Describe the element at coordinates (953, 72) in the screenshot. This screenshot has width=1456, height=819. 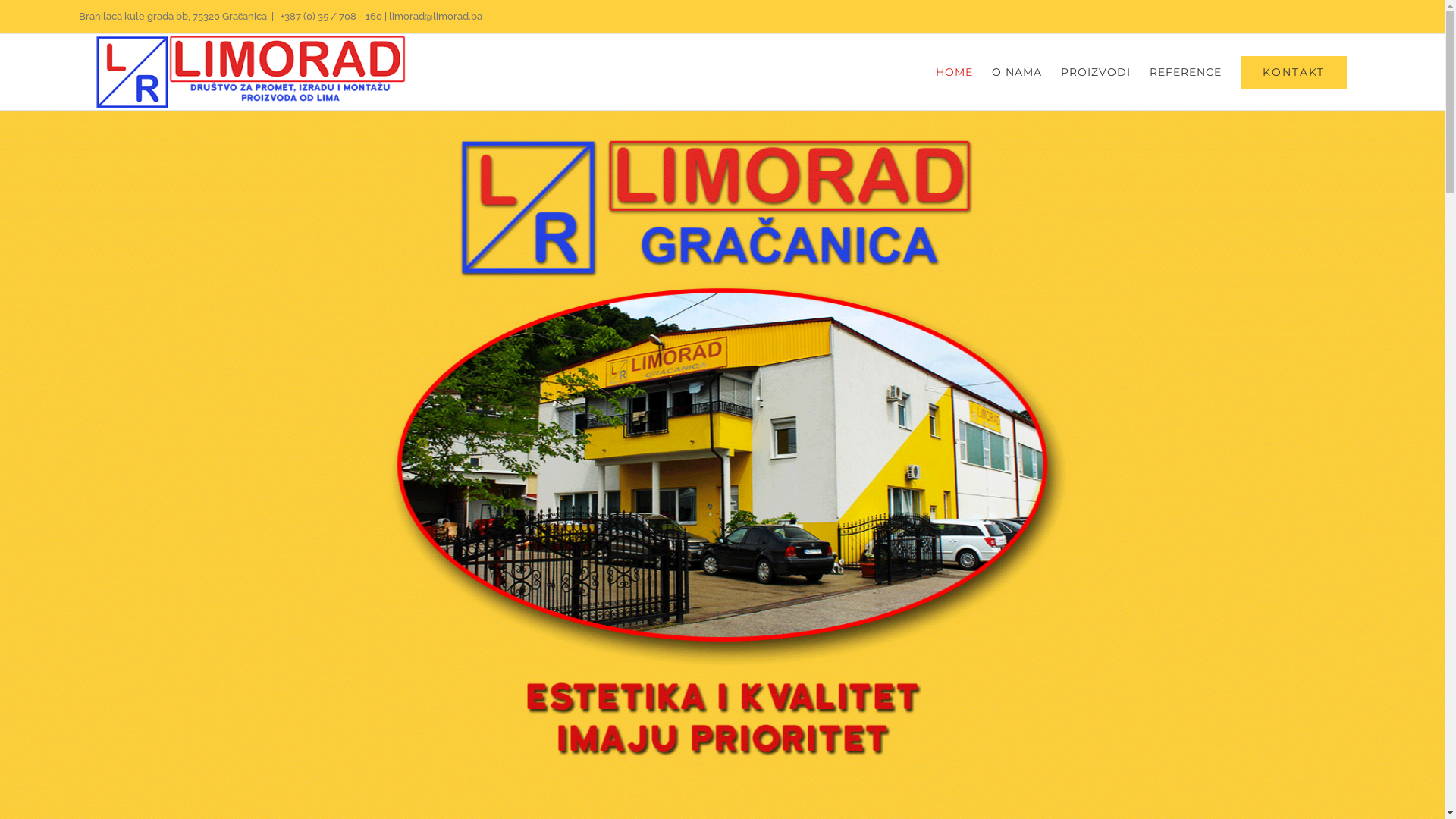
I see `'HOME'` at that location.